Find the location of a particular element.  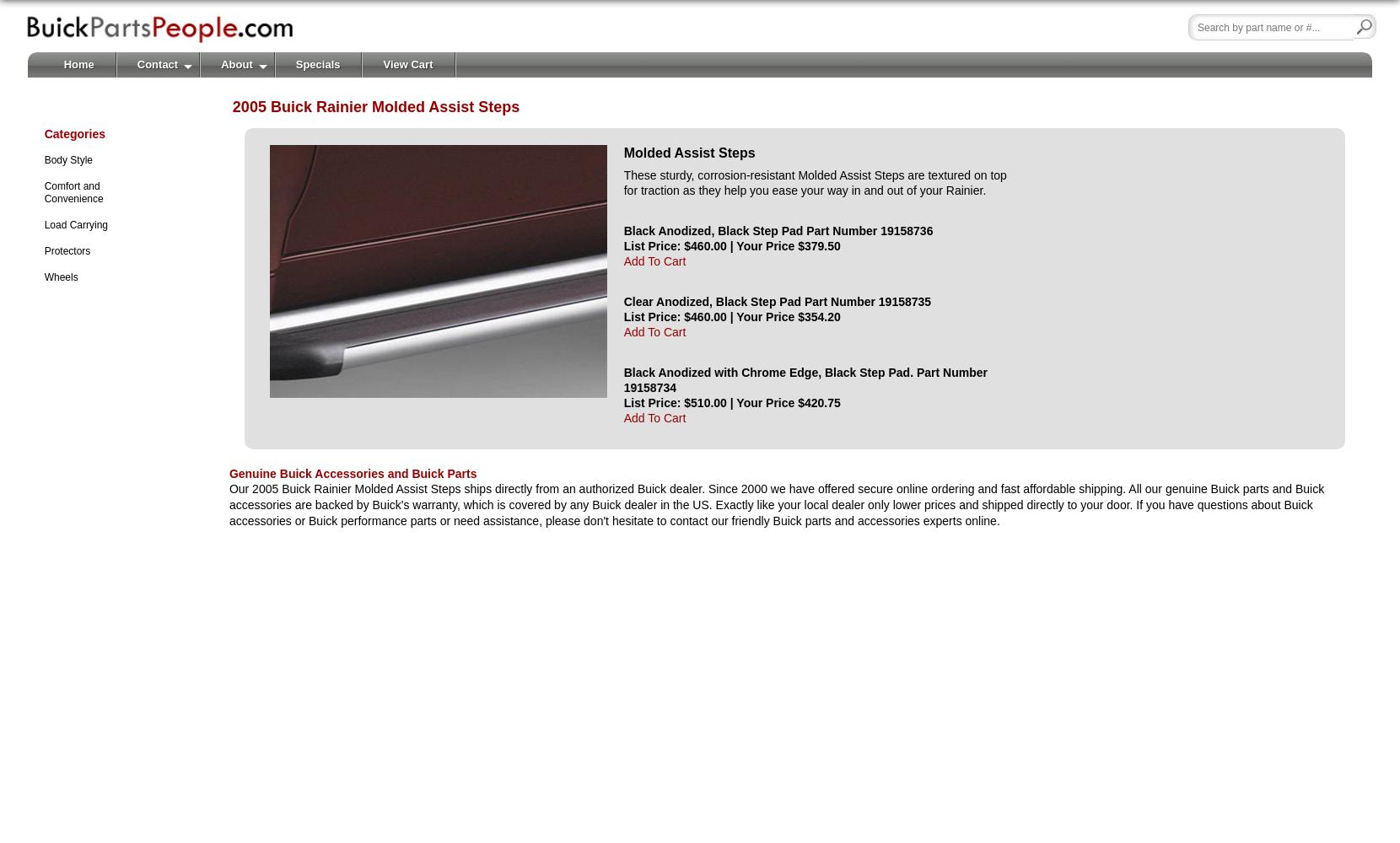

'These sturdy, corrosion-resistant Molded Assist Steps are textured on top for traction as they help you ease your way in and out of your Rainier.' is located at coordinates (814, 181).